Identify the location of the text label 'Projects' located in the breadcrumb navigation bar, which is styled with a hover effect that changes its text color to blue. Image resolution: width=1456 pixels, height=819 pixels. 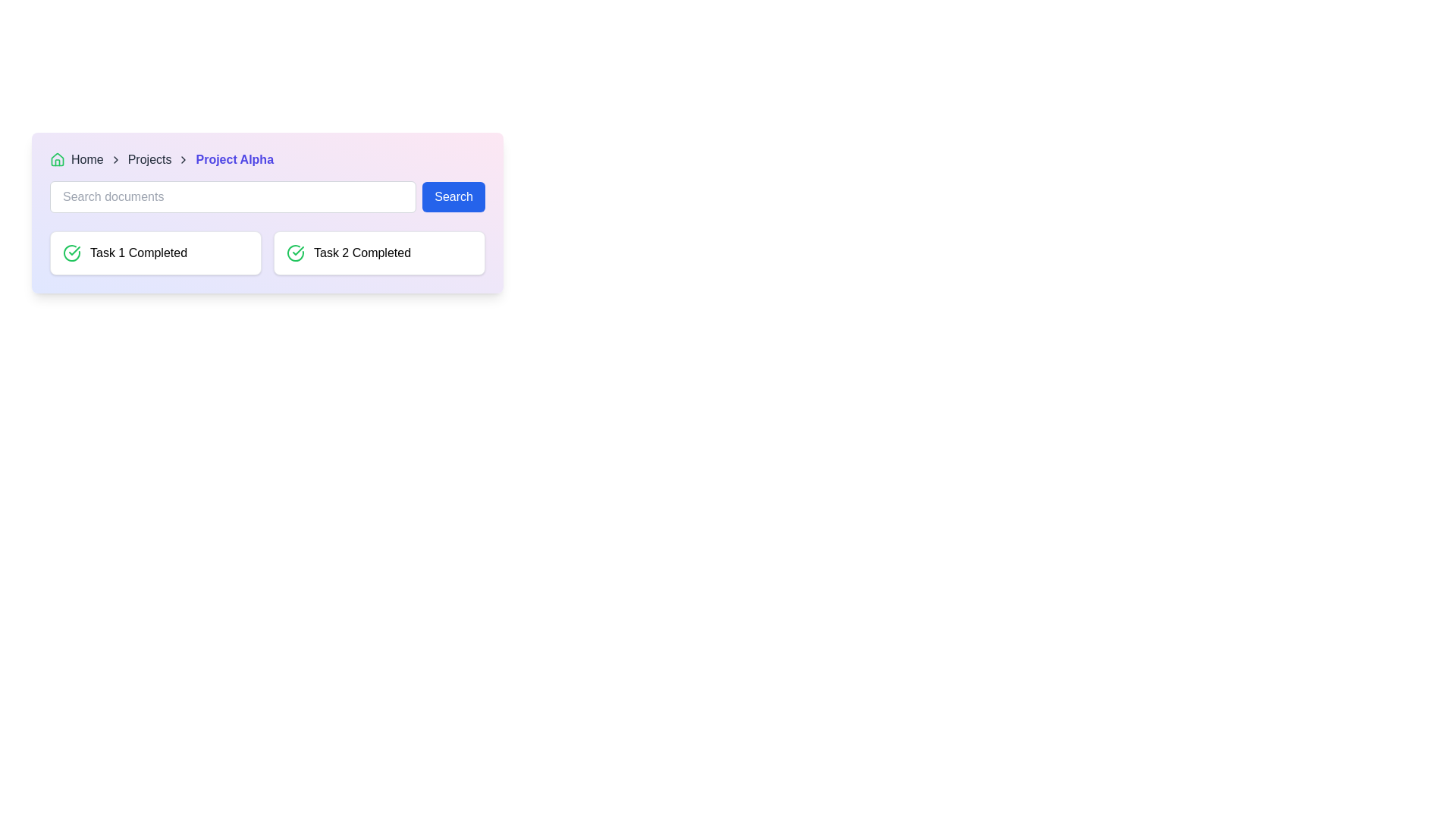
(149, 160).